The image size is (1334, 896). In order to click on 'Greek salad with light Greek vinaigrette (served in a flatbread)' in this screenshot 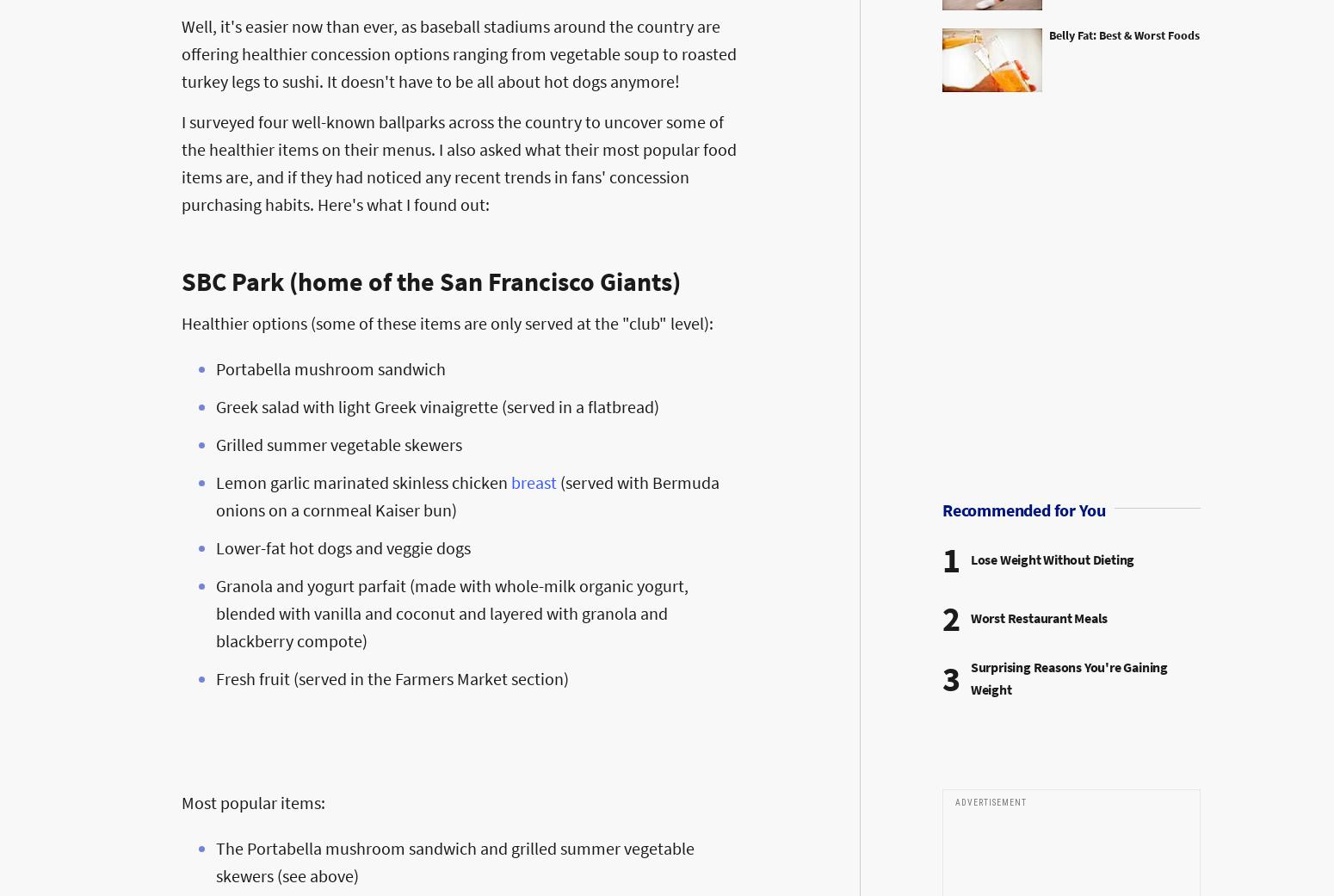, I will do `click(436, 405)`.